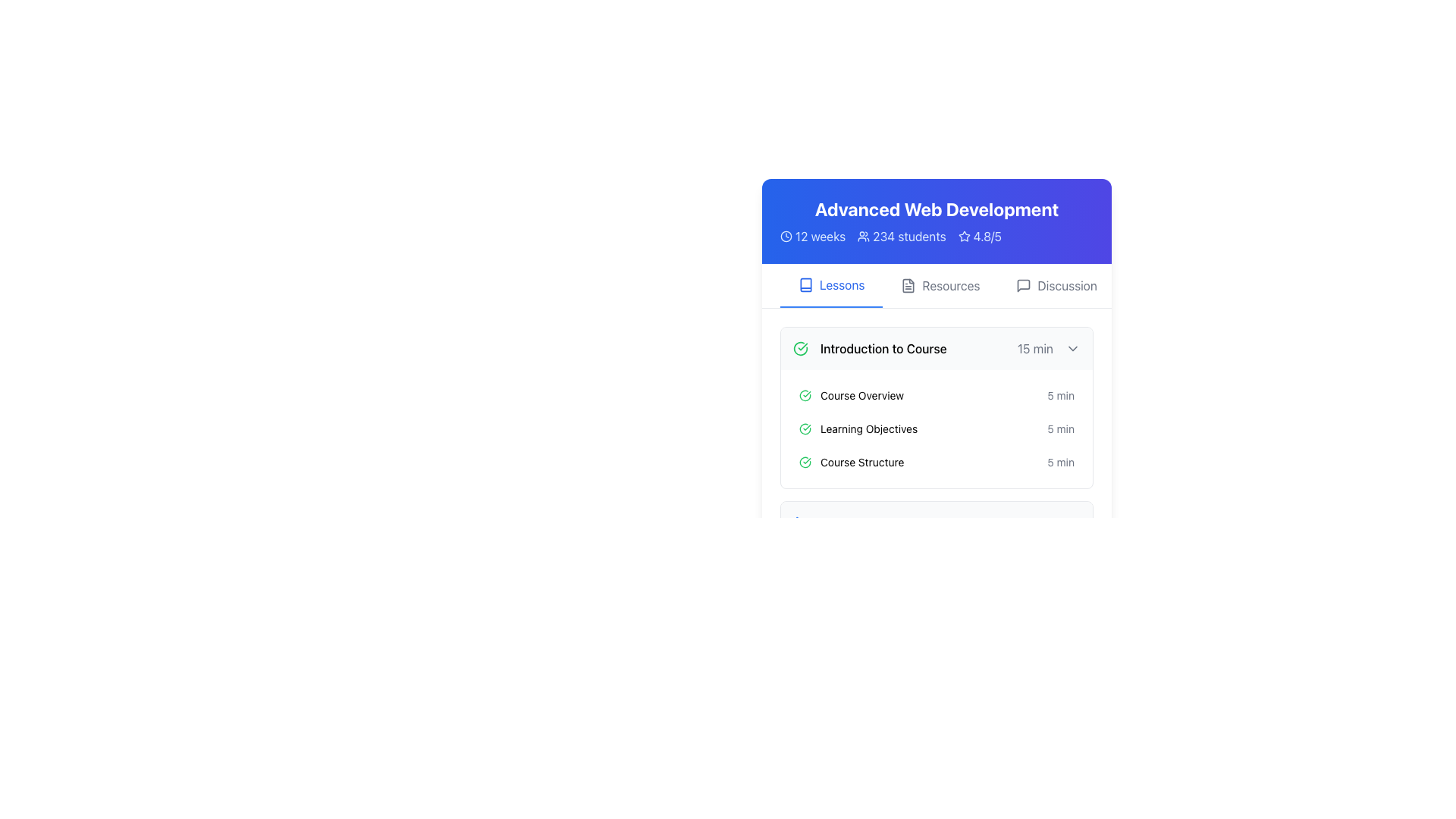 This screenshot has width=1456, height=819. I want to click on the 'Learning Objectives' text label, which is styled in a small font and positioned to the right of a small green circle icon with a checkmark, indicating completion, so click(869, 429).